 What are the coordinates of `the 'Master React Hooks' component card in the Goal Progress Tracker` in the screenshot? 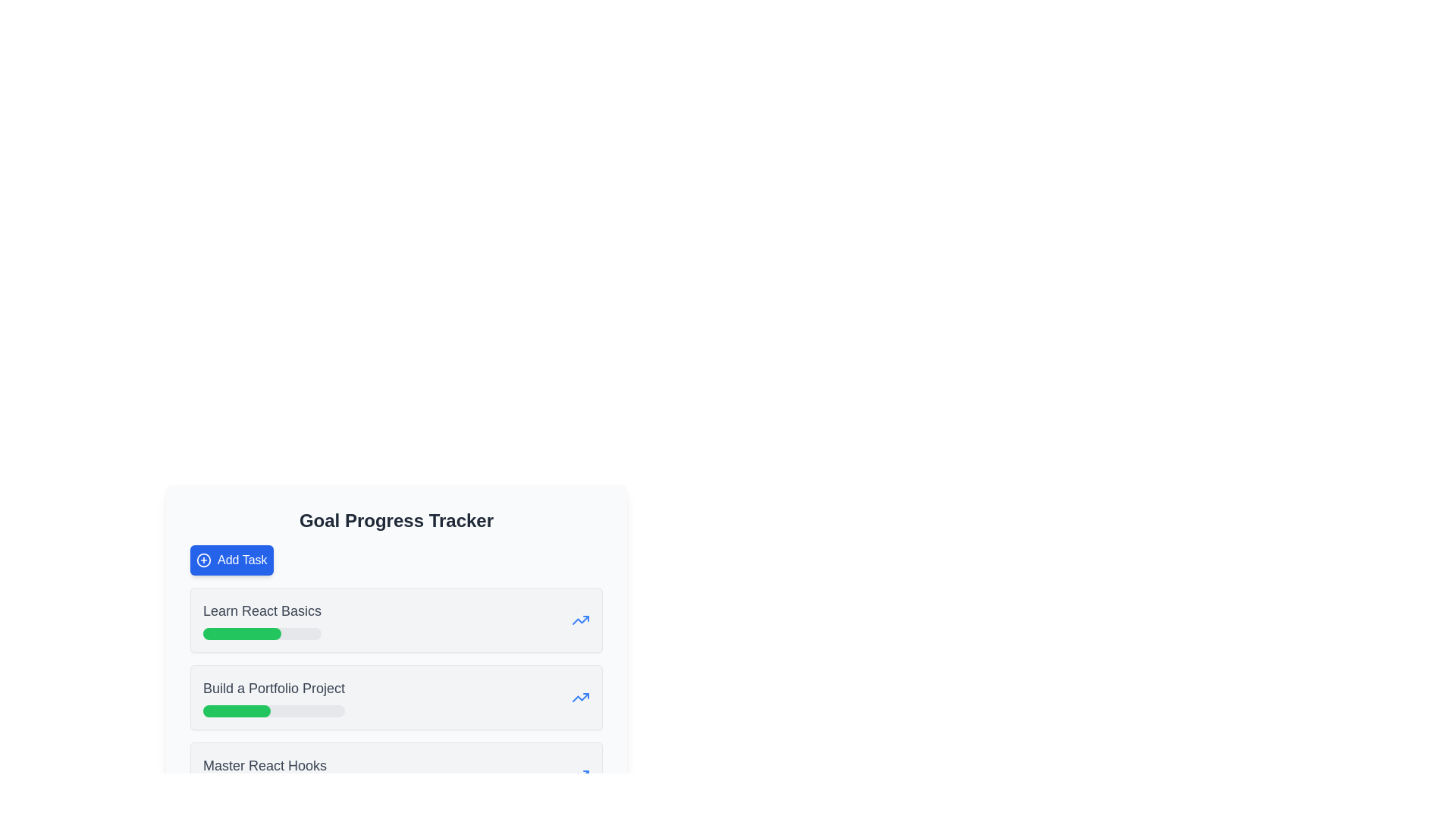 It's located at (397, 775).